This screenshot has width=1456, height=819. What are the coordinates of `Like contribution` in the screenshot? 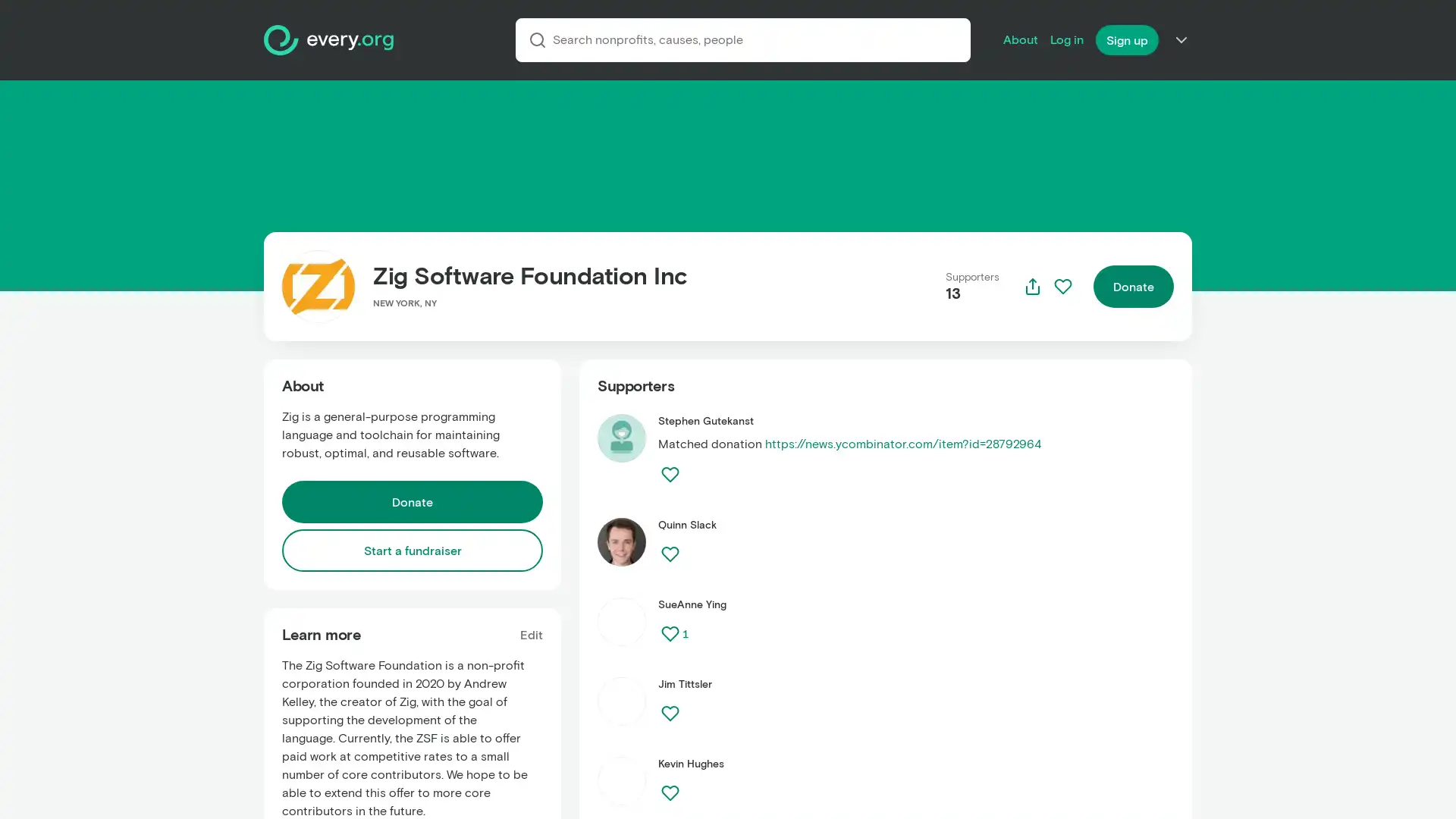 It's located at (669, 634).